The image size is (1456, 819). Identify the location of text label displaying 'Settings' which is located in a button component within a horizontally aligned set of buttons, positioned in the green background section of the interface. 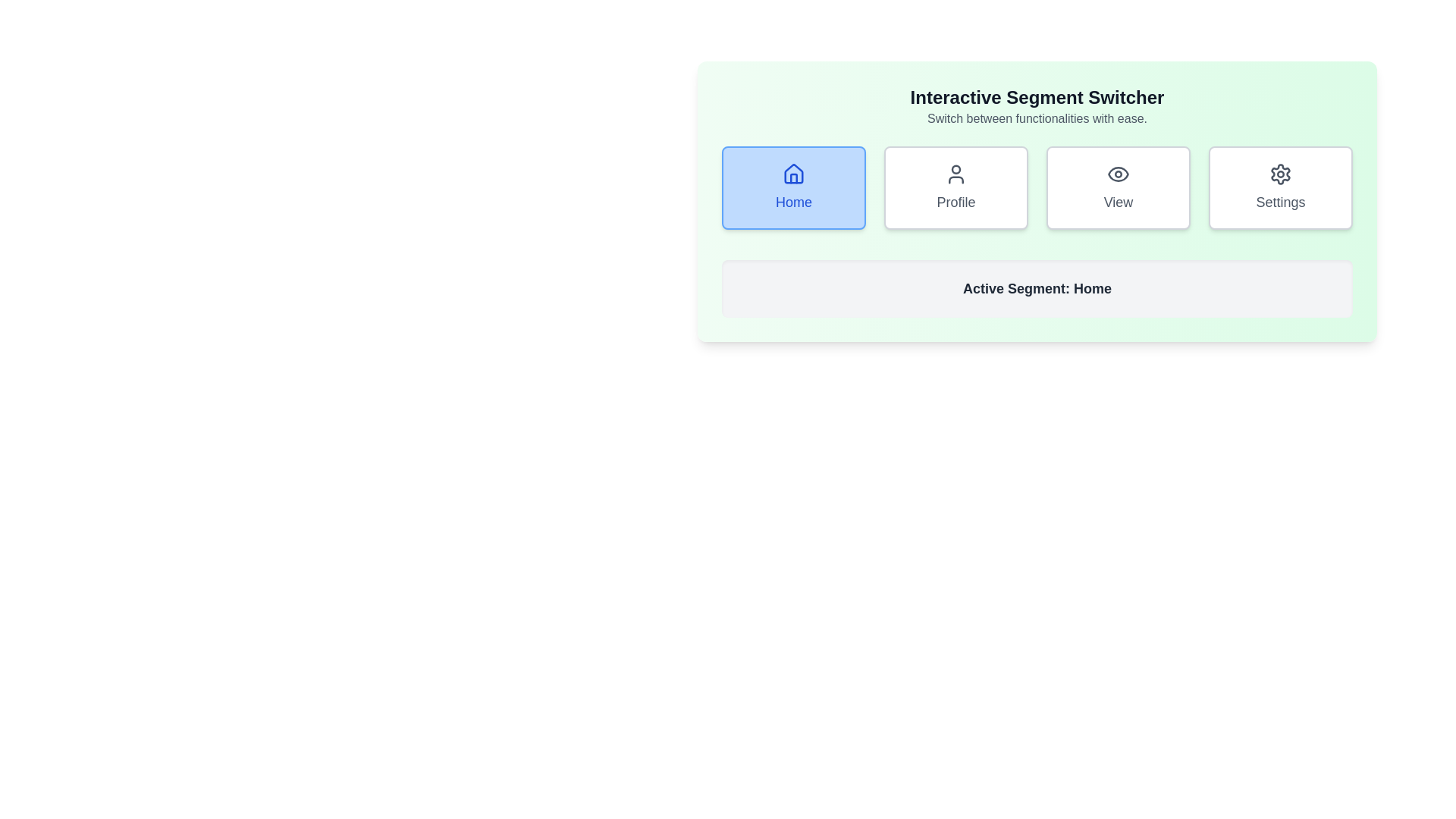
(1280, 201).